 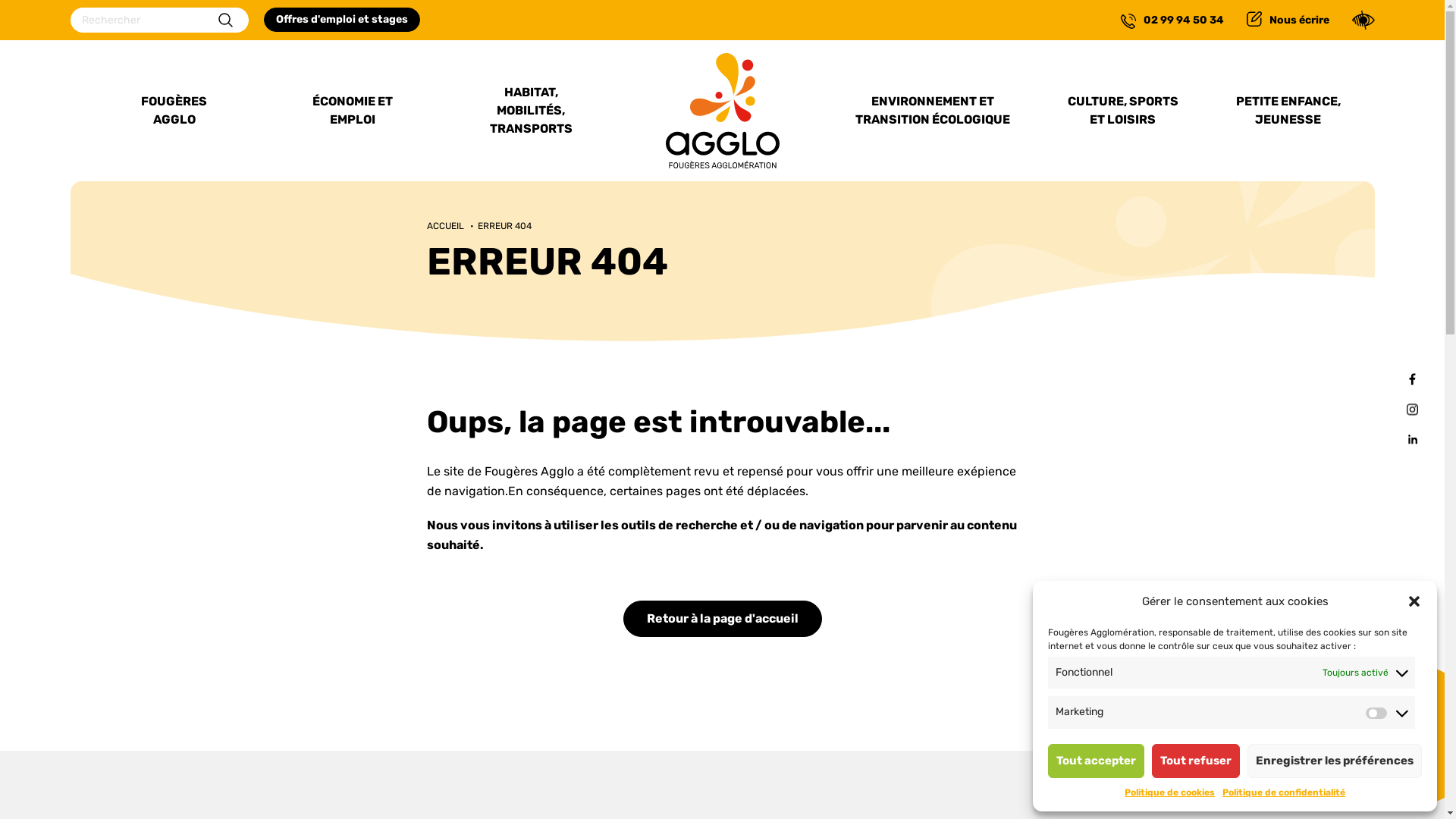 I want to click on 'Confort', so click(x=1363, y=20).